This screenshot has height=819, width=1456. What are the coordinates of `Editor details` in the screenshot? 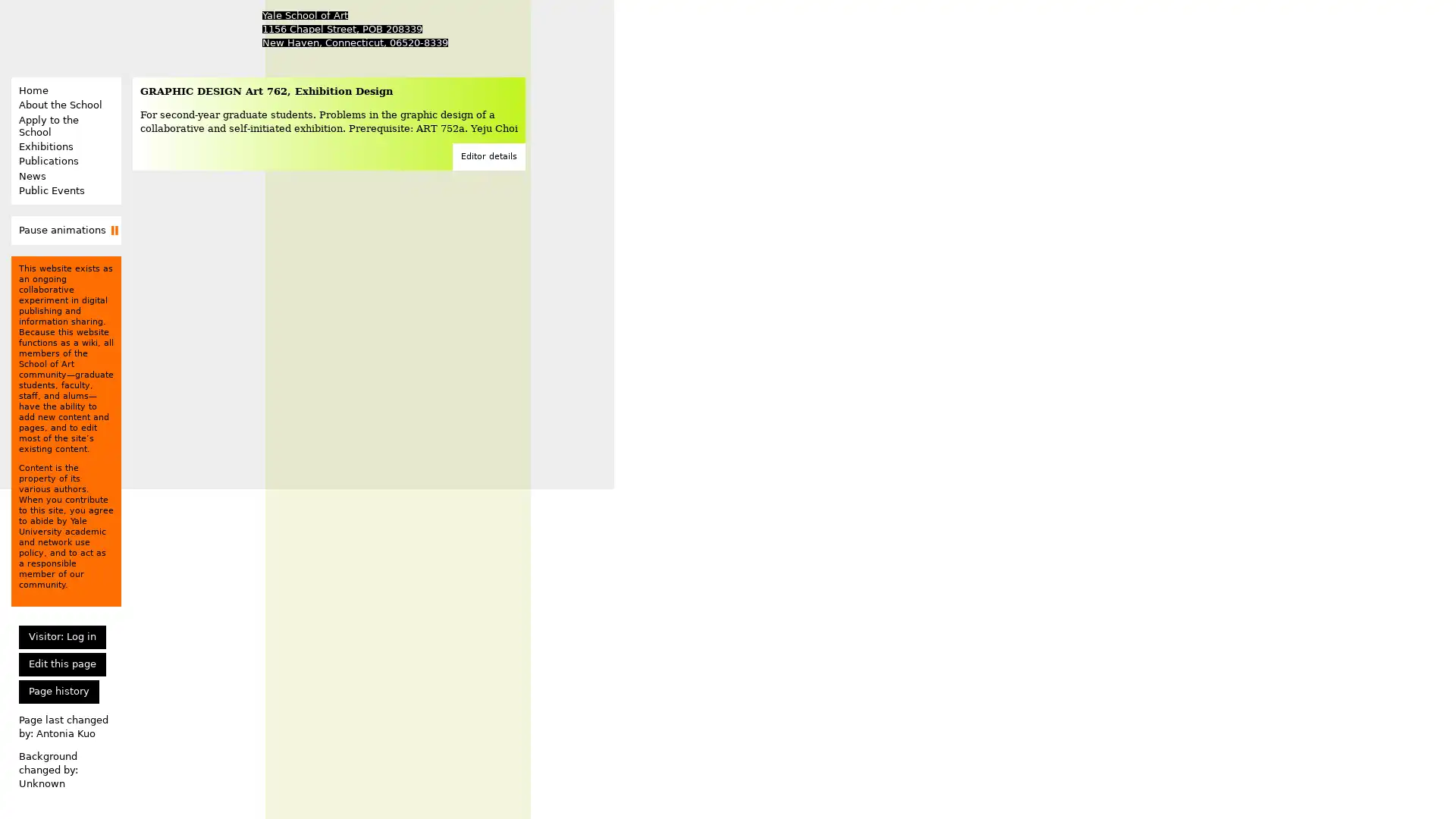 It's located at (488, 155).